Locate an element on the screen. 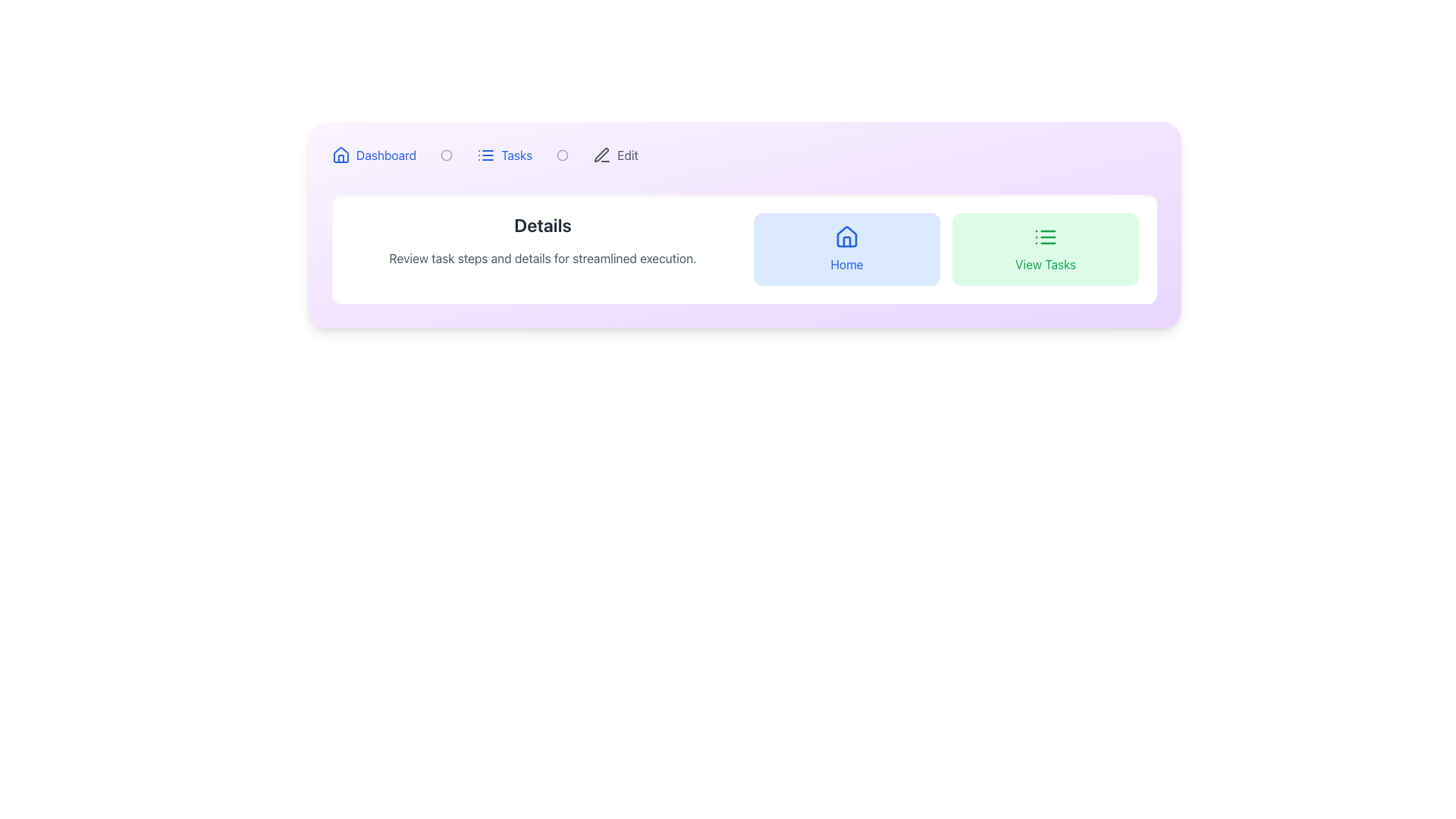 This screenshot has width=1456, height=819. the task icon located in the middle of the top purple-colored navigation area, immediately to the left of the 'Tasks' text is located at coordinates (486, 155).